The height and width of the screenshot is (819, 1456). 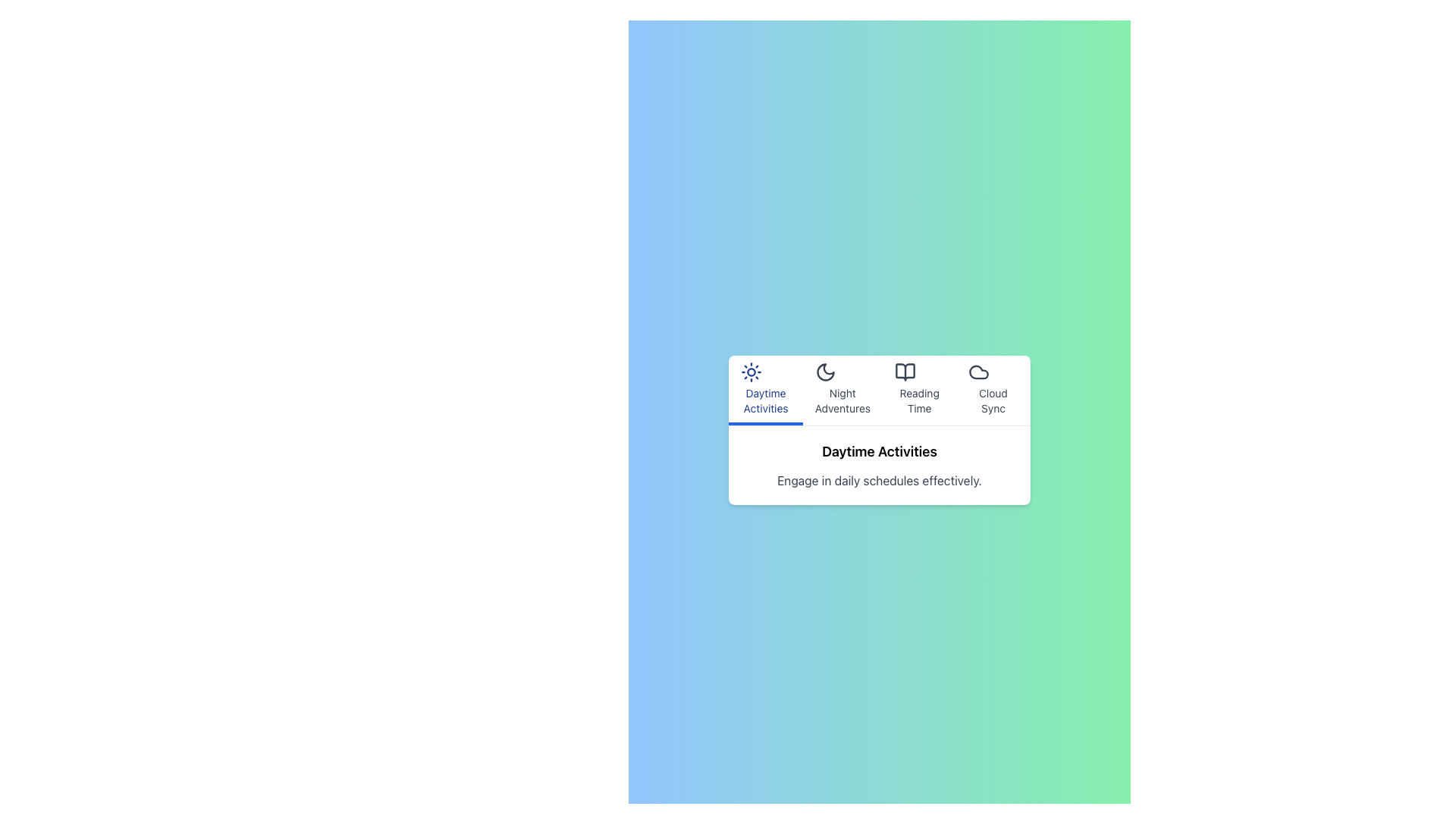 I want to click on text label 'Night Adventures' located in the second menu item of the horizontal navigation bar, positioned below the crescent moon icon, so click(x=842, y=400).